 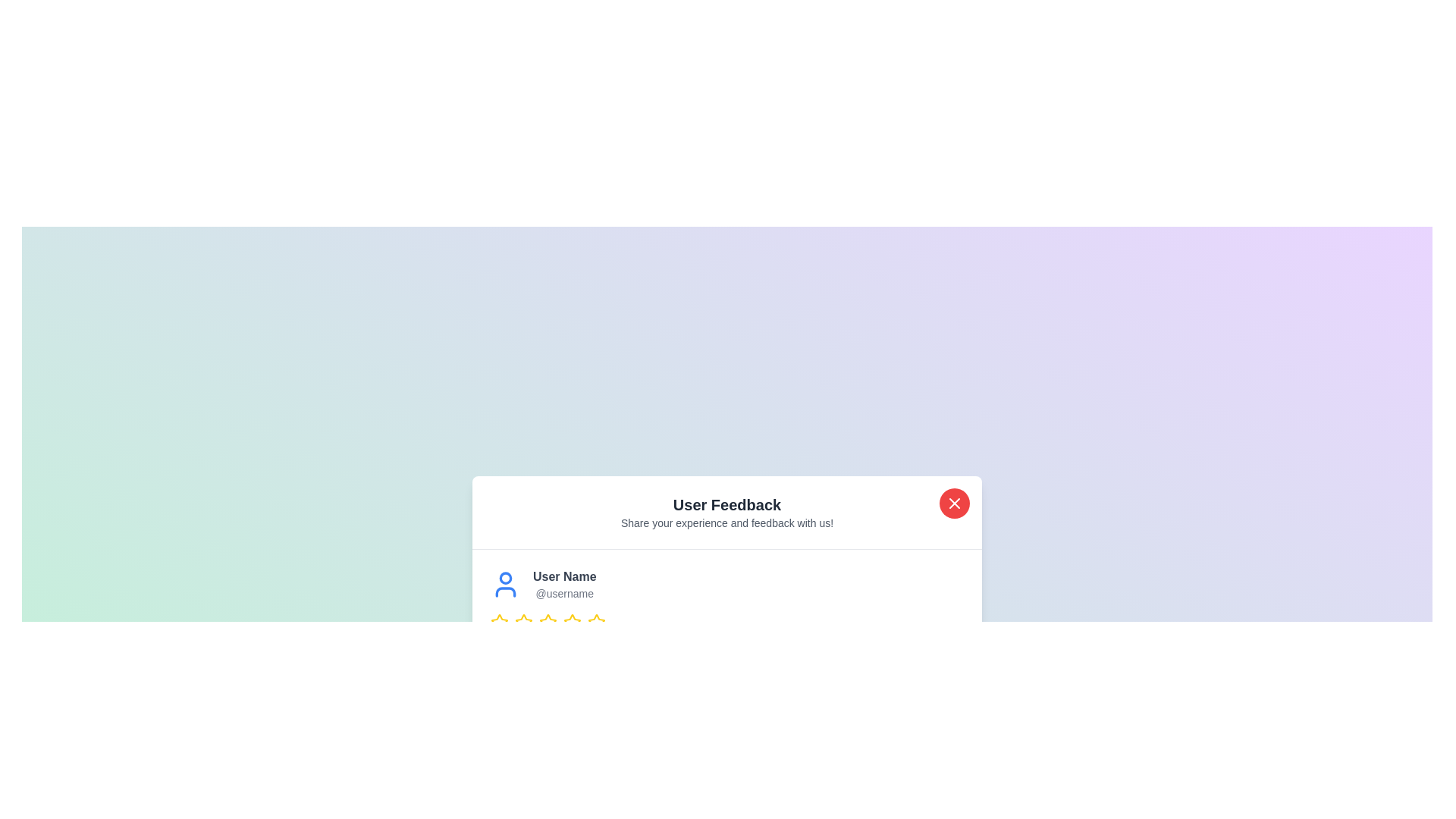 I want to click on the 'X' shaped icon in the red circular button located at the top-right corner of the 'User Feedback' dialog, so click(x=953, y=503).